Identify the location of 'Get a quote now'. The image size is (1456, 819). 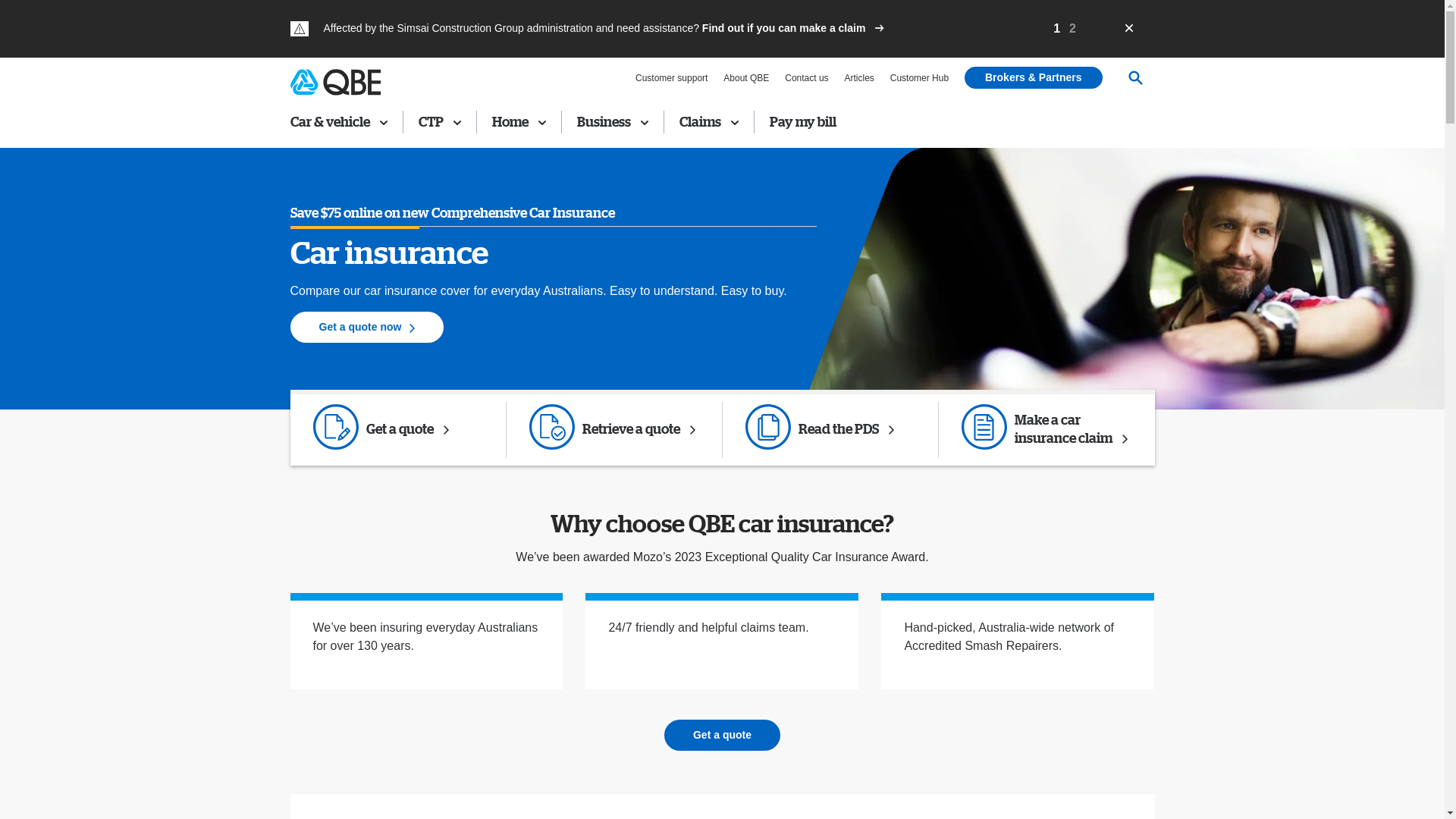
(366, 326).